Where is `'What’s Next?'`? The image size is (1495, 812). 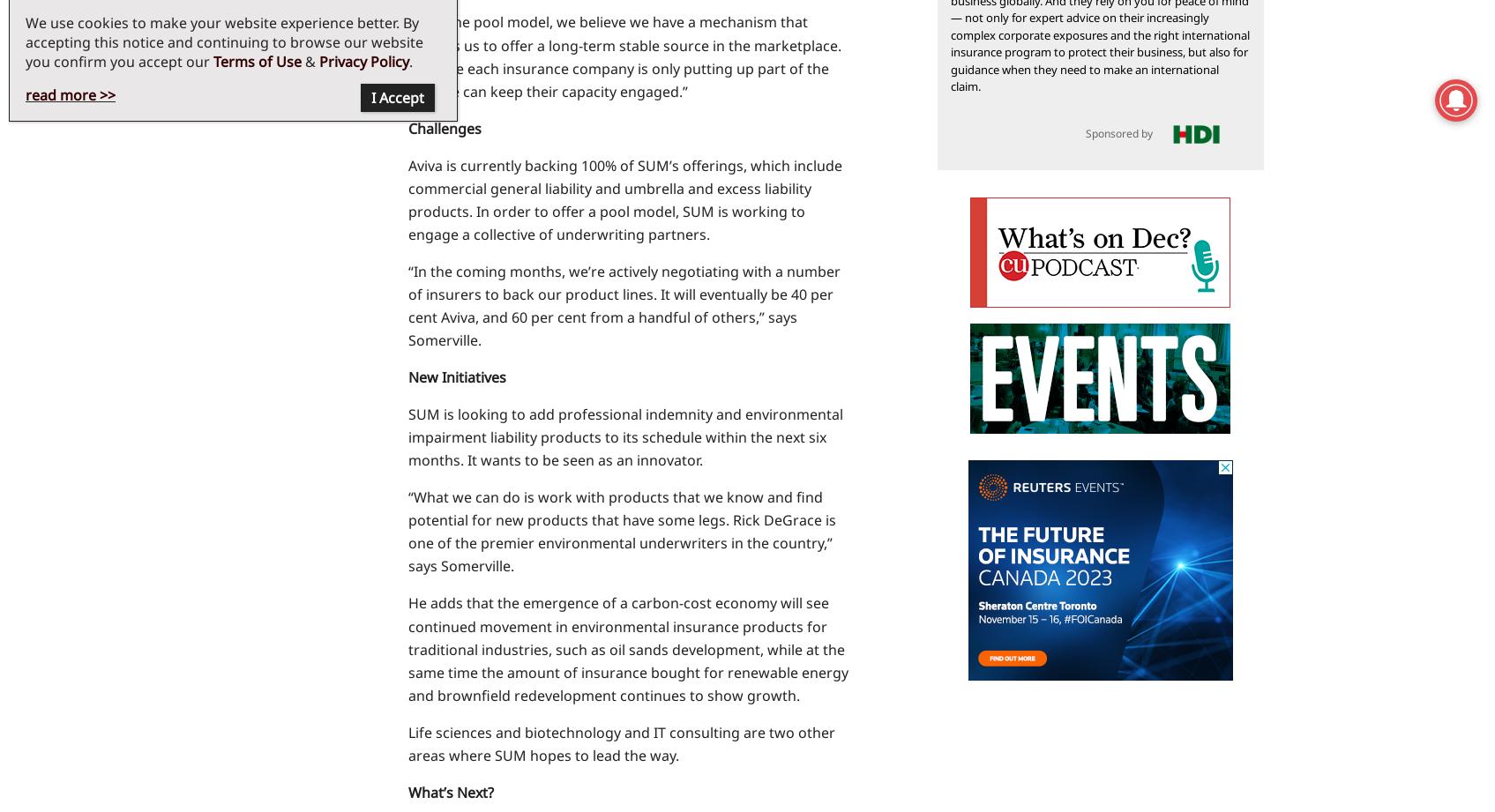
'What’s Next?' is located at coordinates (449, 790).